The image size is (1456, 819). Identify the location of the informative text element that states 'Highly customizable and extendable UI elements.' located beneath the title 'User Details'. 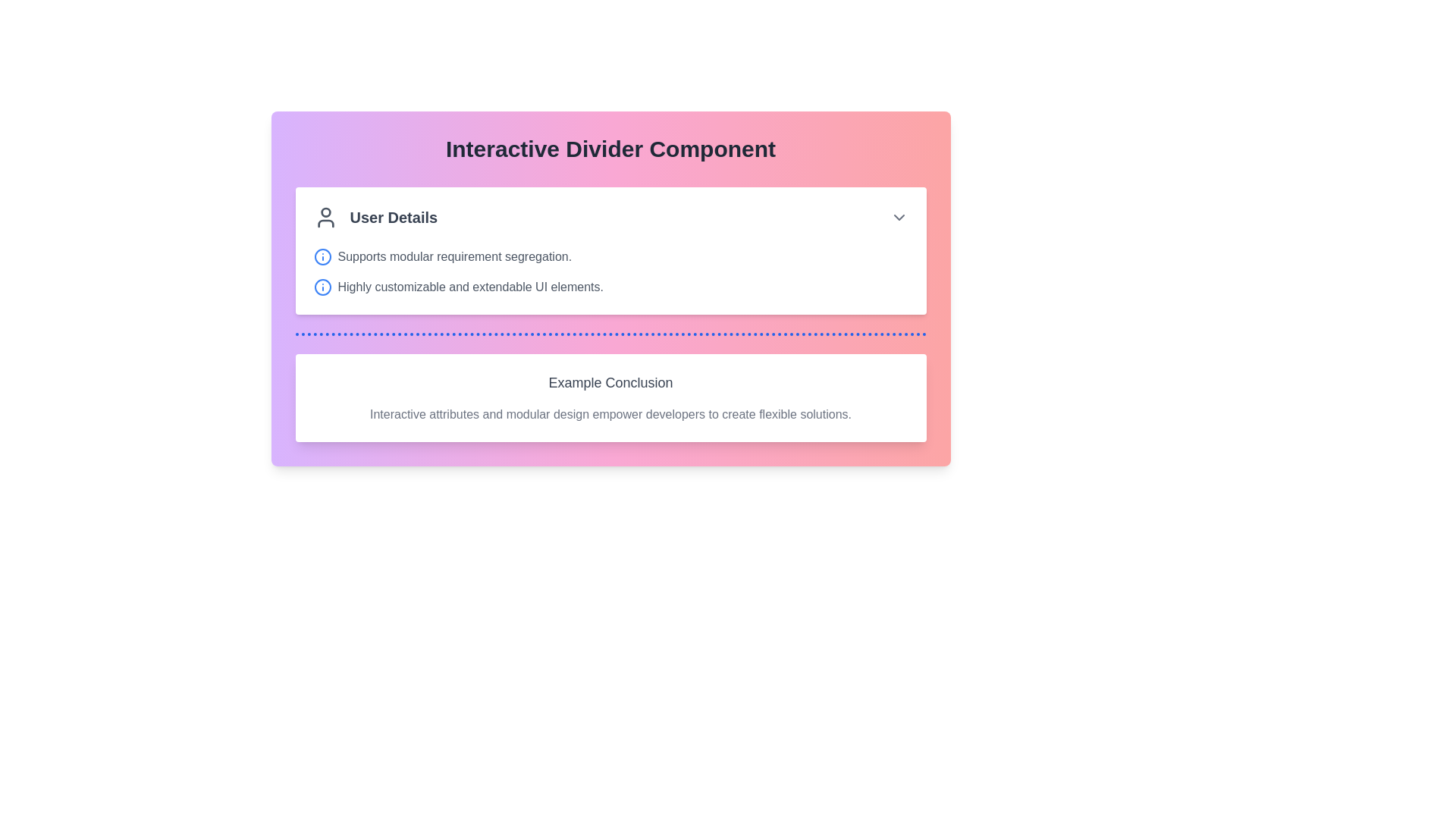
(610, 271).